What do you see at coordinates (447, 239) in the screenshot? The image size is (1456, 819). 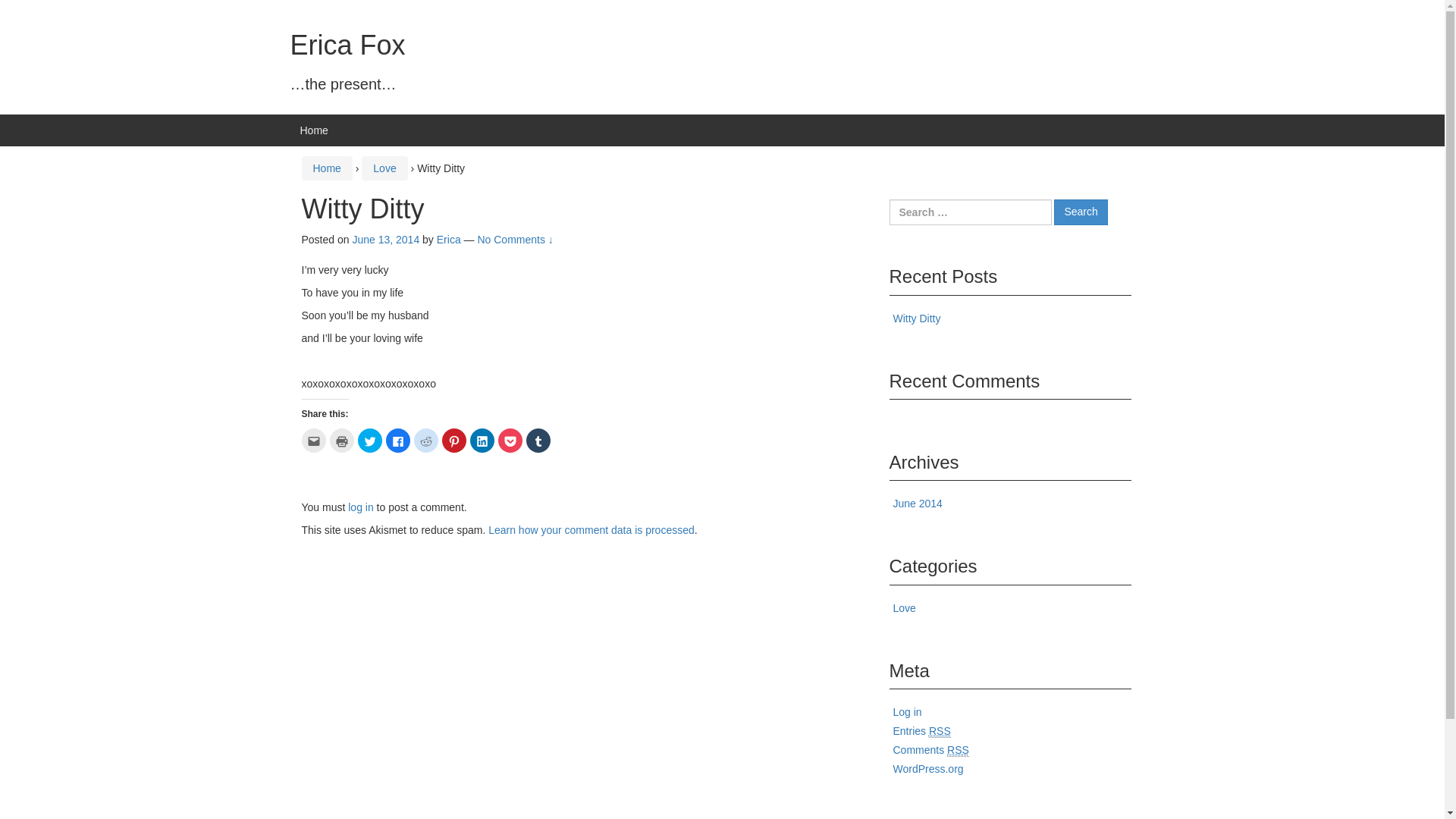 I see `'Erica'` at bounding box center [447, 239].